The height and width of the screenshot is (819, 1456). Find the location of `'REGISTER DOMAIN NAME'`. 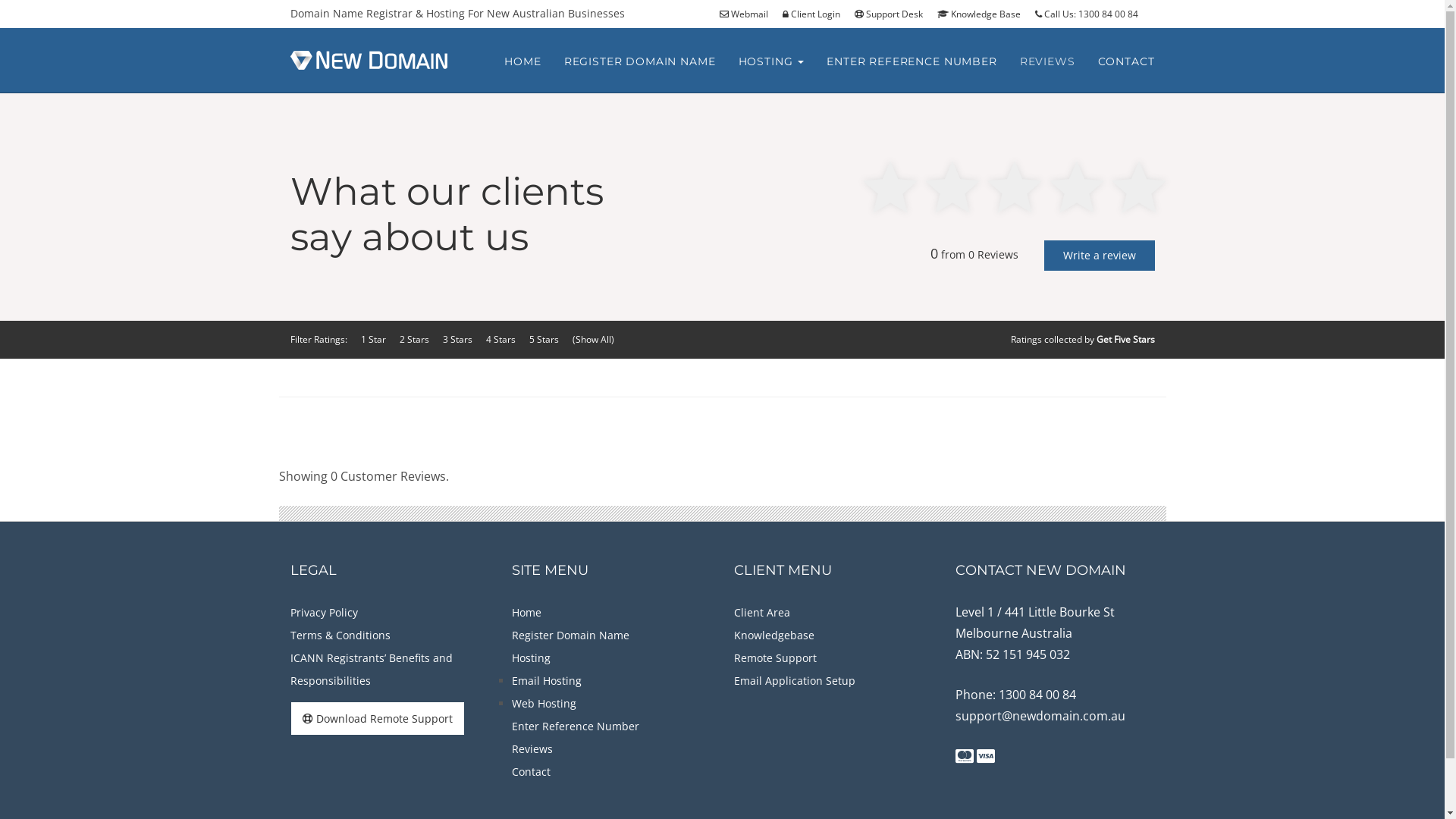

'REGISTER DOMAIN NAME' is located at coordinates (640, 61).